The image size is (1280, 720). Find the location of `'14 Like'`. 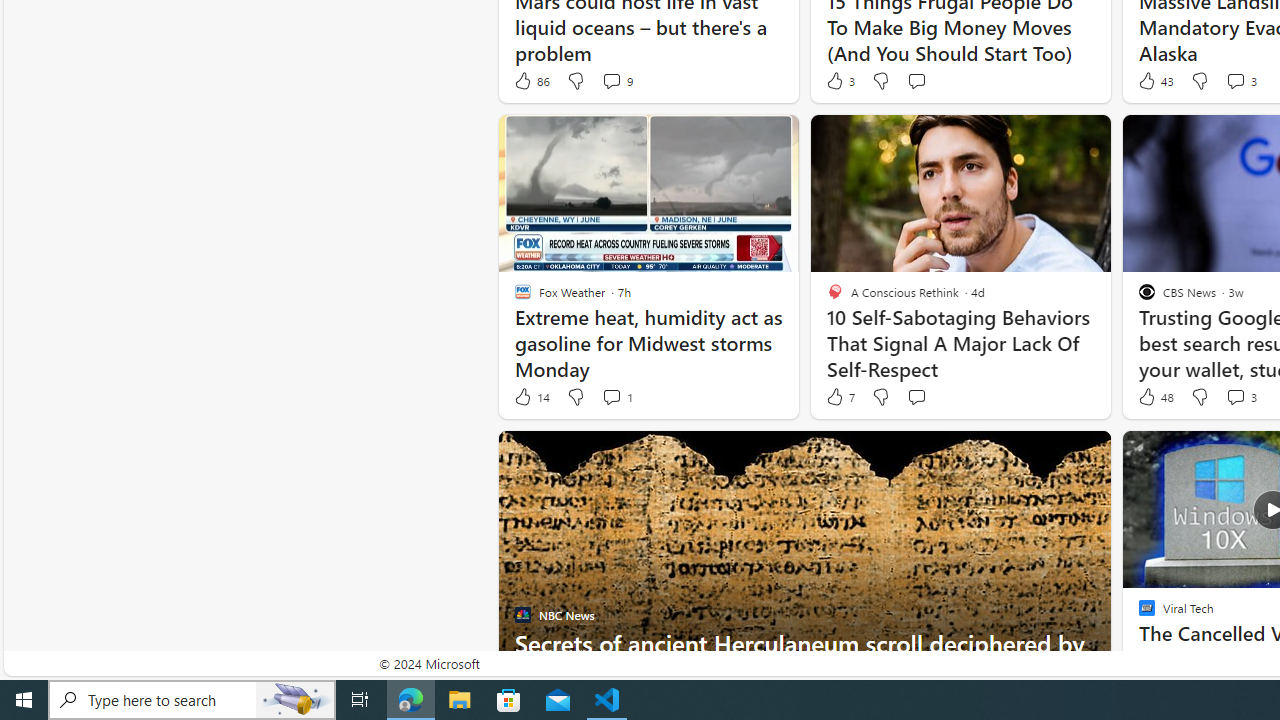

'14 Like' is located at coordinates (531, 397).